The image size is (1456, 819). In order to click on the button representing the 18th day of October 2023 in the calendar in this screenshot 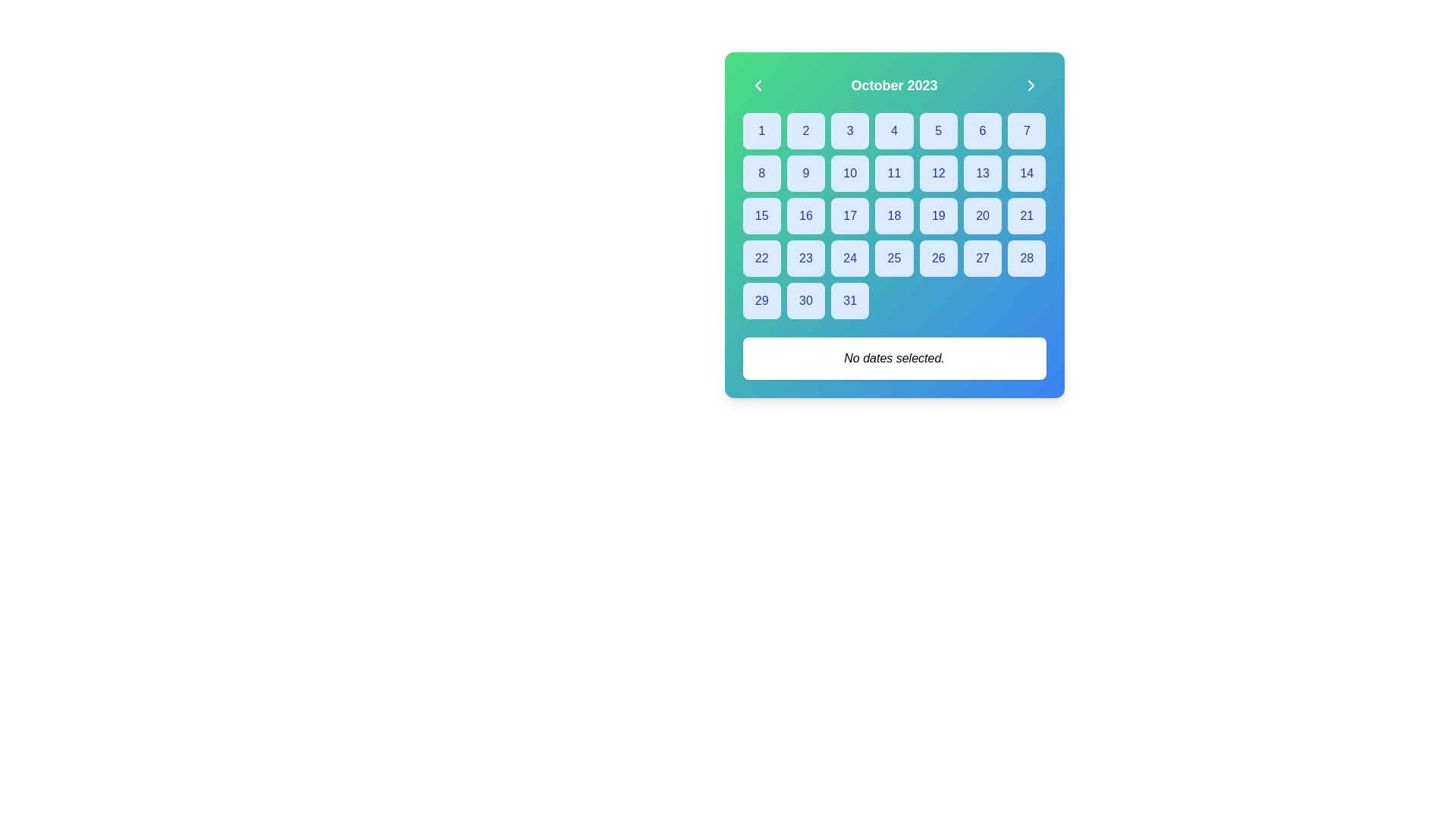, I will do `click(894, 216)`.